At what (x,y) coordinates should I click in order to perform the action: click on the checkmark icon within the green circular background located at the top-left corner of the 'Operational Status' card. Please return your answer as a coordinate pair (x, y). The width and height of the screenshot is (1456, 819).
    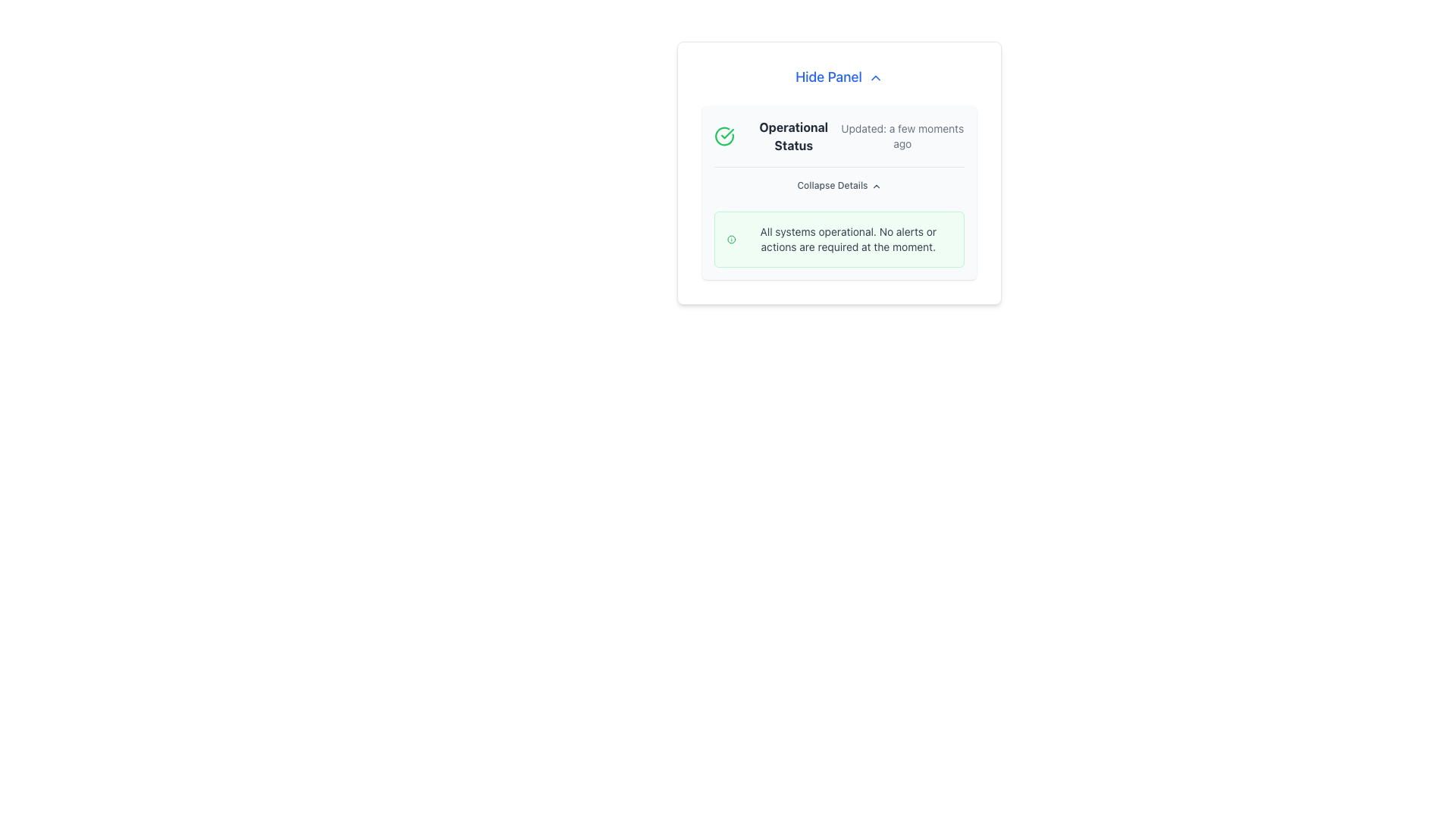
    Looking at the image, I should click on (726, 133).